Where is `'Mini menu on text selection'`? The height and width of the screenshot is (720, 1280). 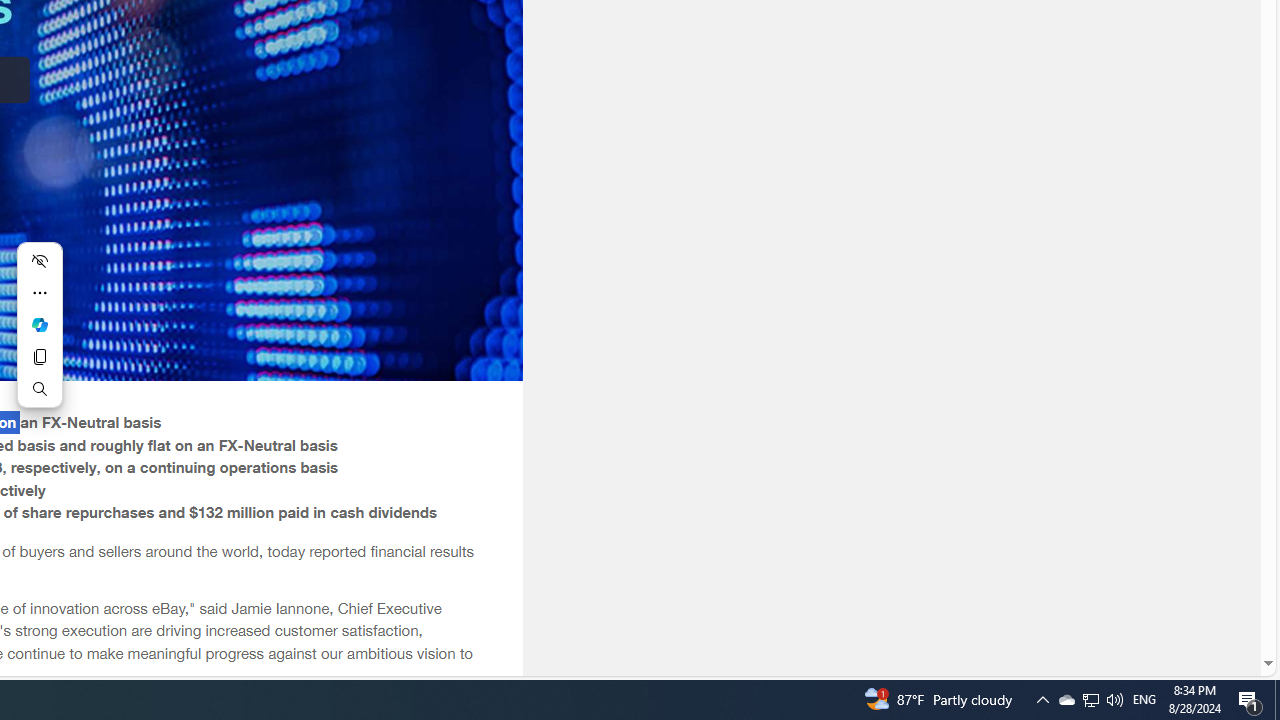 'Mini menu on text selection' is located at coordinates (39, 324).